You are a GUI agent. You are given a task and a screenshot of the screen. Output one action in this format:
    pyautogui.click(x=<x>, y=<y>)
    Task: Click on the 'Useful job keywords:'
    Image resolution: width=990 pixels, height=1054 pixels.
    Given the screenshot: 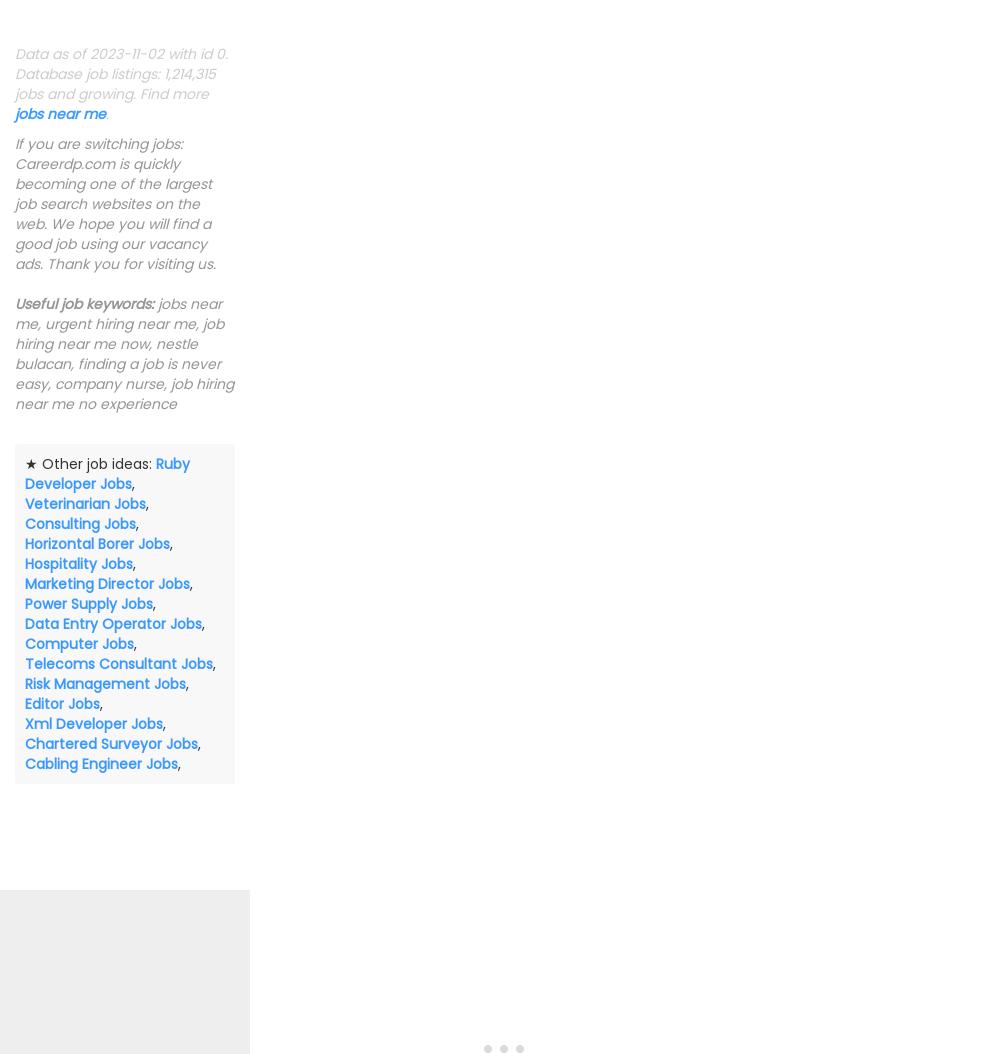 What is the action you would take?
    pyautogui.click(x=14, y=302)
    